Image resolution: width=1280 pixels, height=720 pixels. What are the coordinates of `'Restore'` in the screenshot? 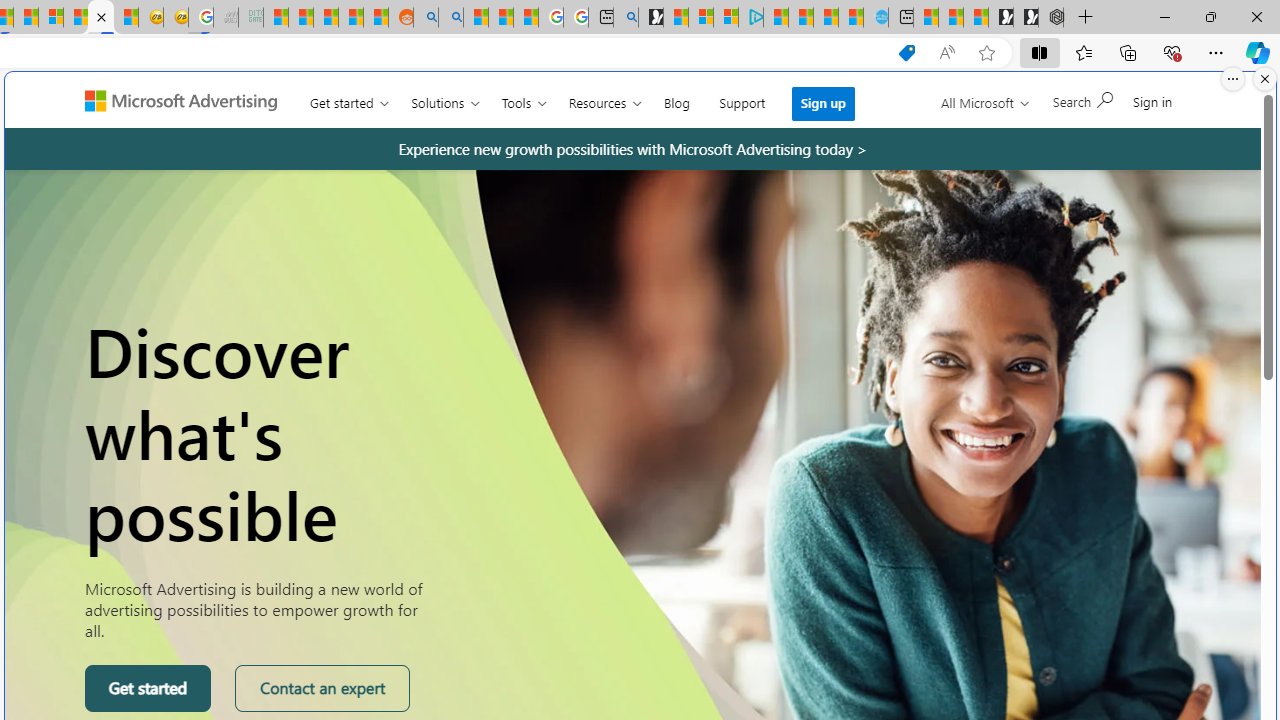 It's located at (1209, 16).